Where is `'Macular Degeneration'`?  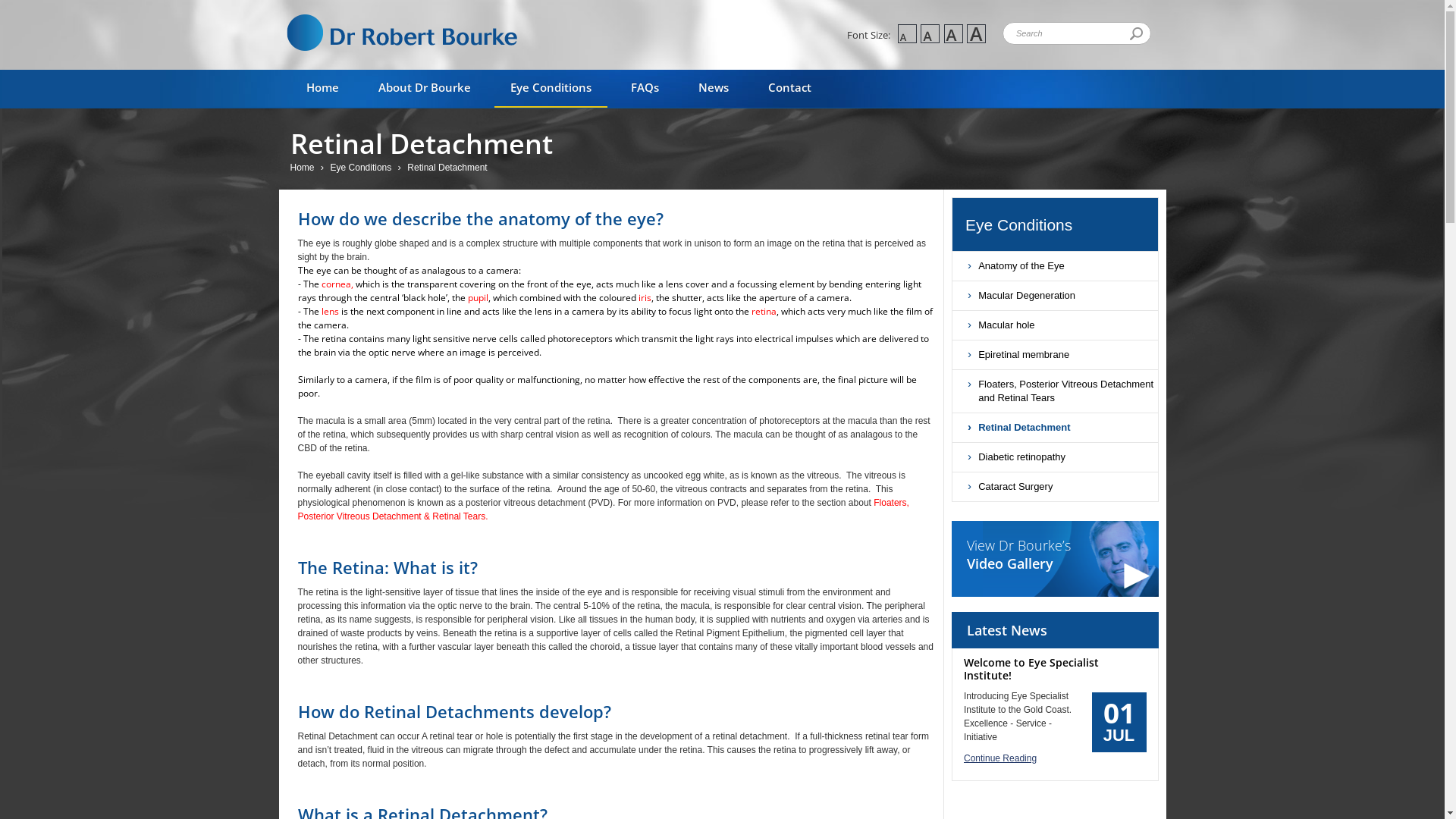
'Macular Degeneration' is located at coordinates (1054, 295).